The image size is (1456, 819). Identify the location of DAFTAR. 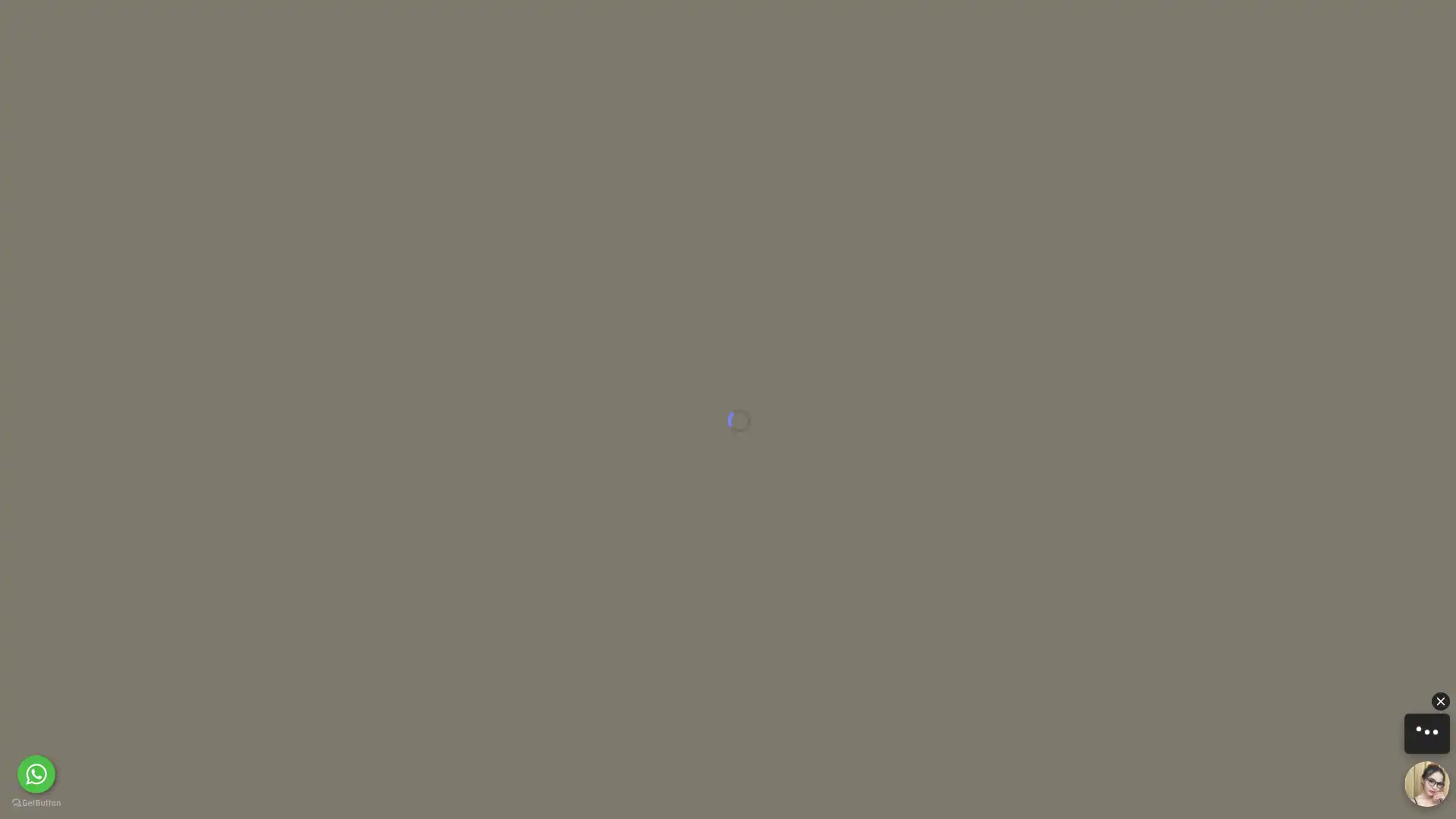
(1117, 26).